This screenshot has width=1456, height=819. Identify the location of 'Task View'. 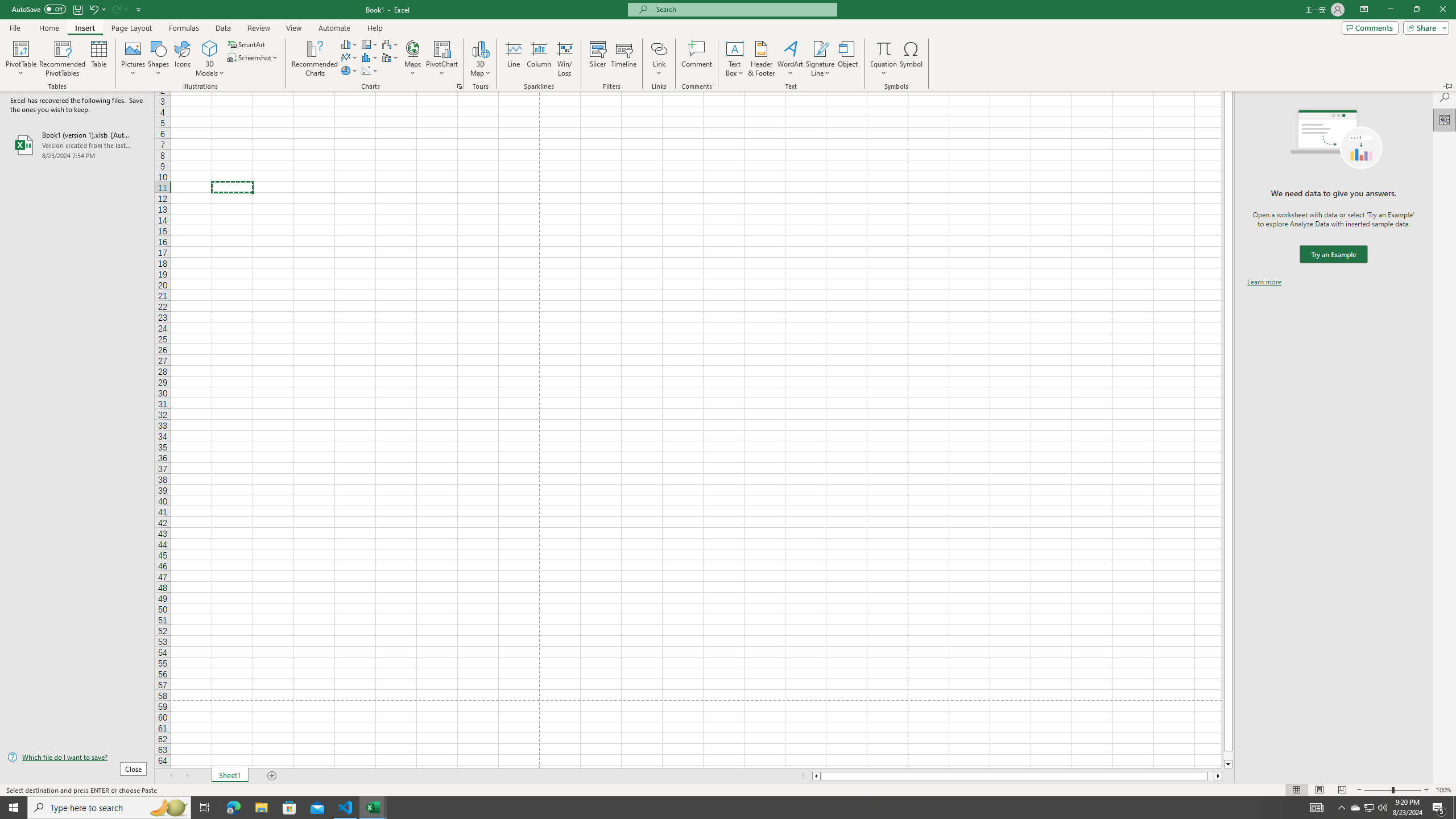
(204, 806).